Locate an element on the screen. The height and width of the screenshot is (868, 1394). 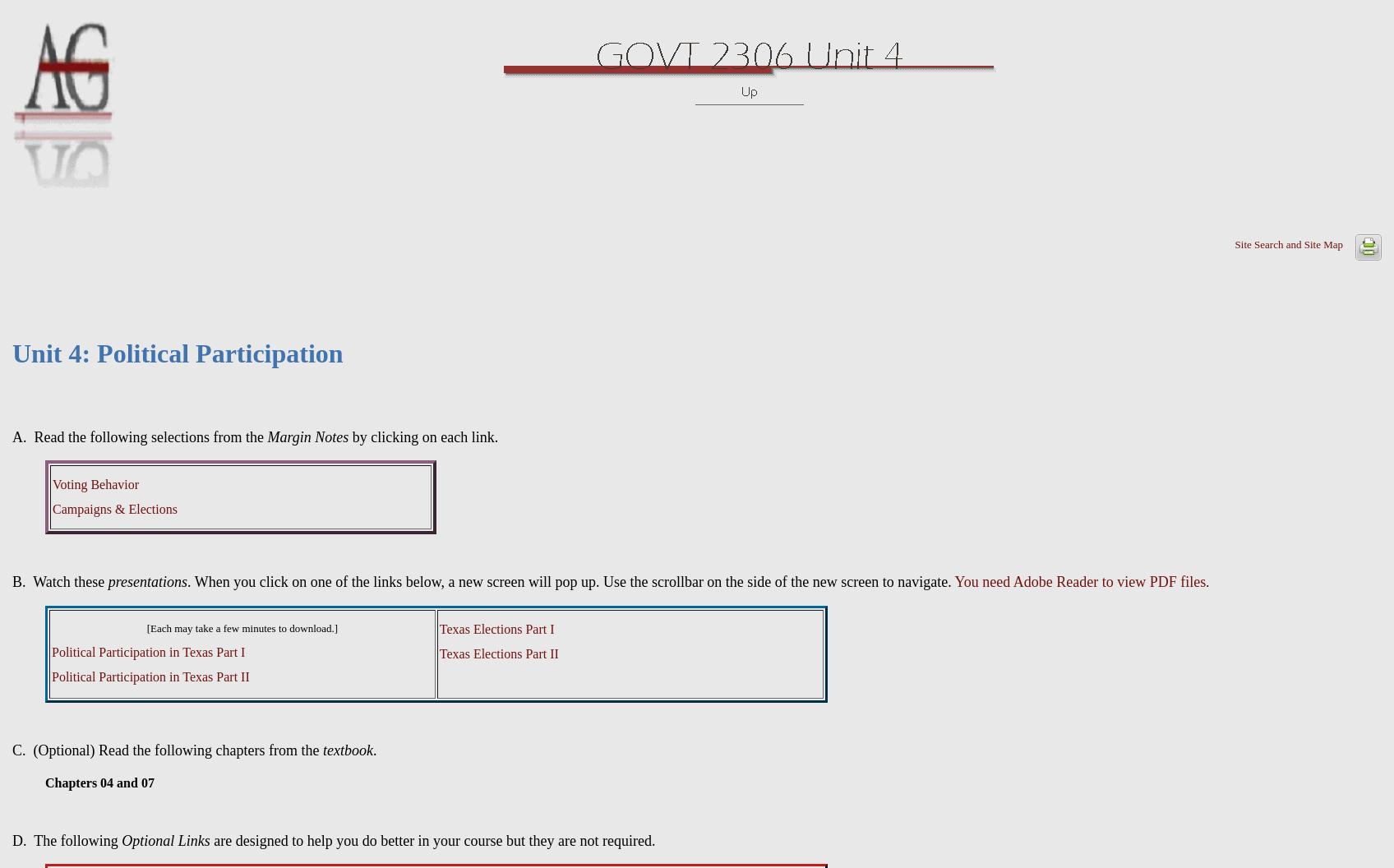
'B.  Watch these' is located at coordinates (58, 582).